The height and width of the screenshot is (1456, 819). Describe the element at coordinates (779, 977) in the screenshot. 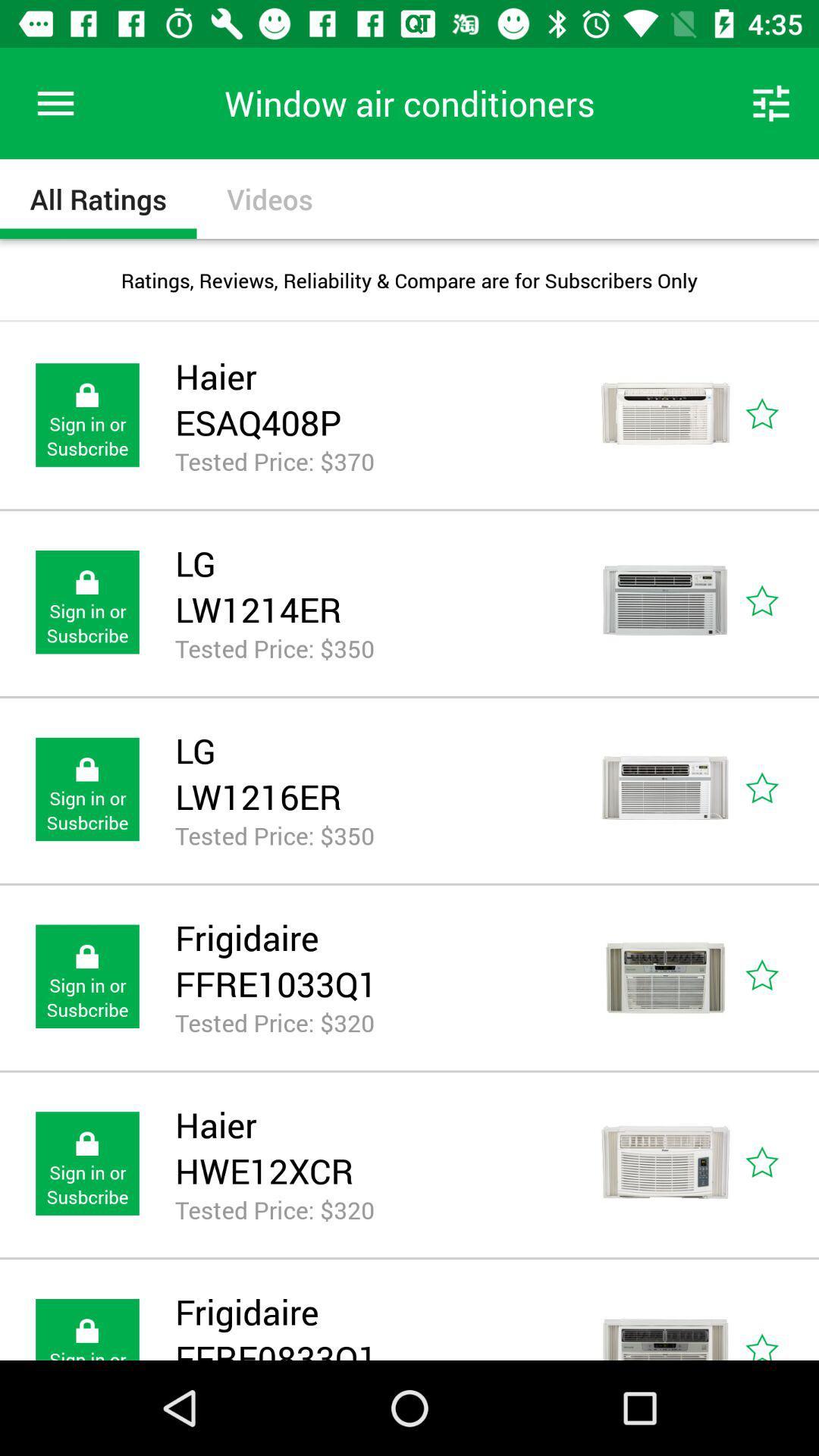

I see `mark the star` at that location.